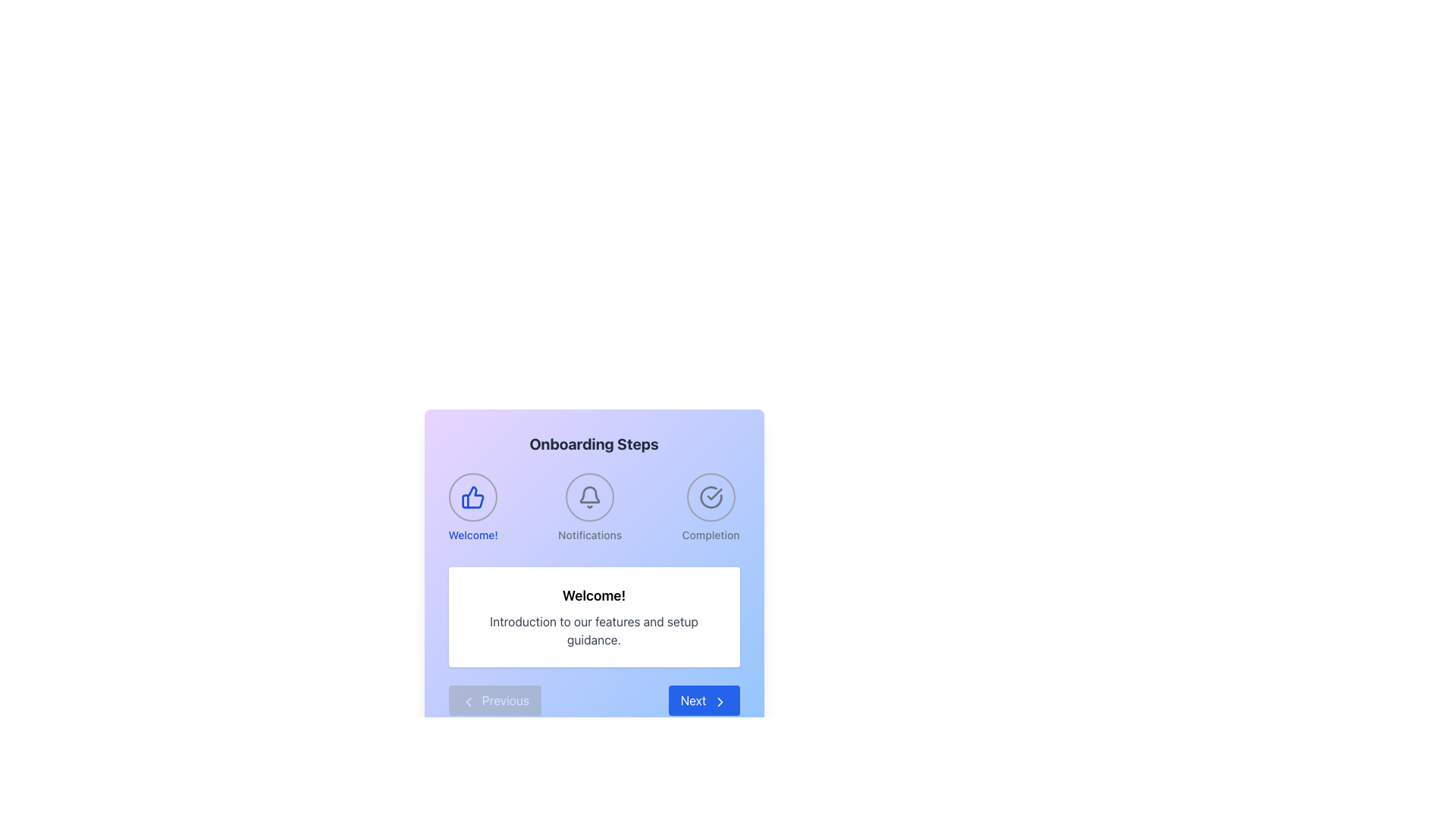 Image resolution: width=1456 pixels, height=819 pixels. Describe the element at coordinates (719, 701) in the screenshot. I see `the chevron arrow icon located at the center of the 'Next' button in the bottom-right of the onboarding interface, which indicates progression to the next step` at that location.